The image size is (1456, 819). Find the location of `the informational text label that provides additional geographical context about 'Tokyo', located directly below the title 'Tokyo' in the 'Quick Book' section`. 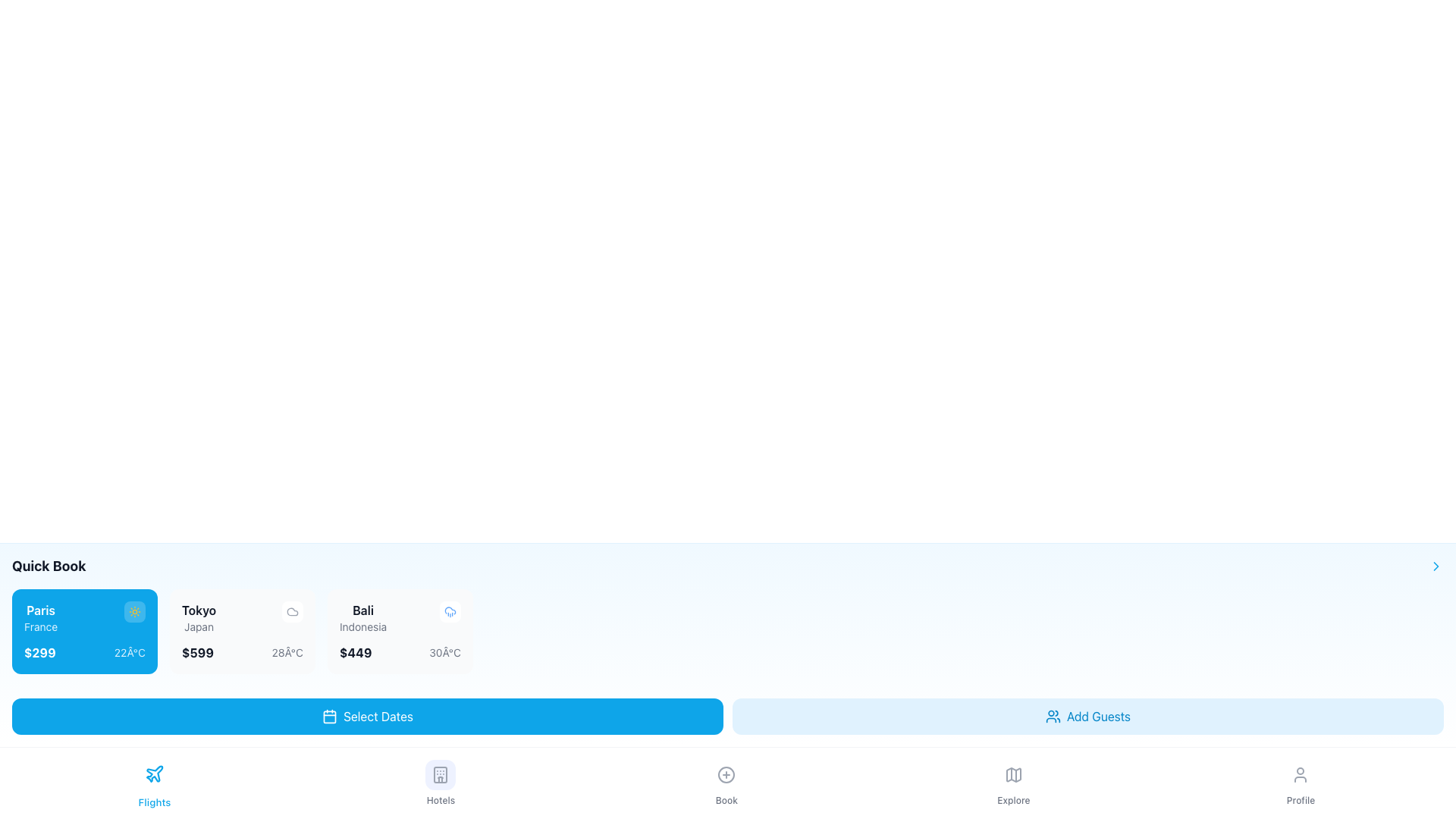

the informational text label that provides additional geographical context about 'Tokyo', located directly below the title 'Tokyo' in the 'Quick Book' section is located at coordinates (198, 626).